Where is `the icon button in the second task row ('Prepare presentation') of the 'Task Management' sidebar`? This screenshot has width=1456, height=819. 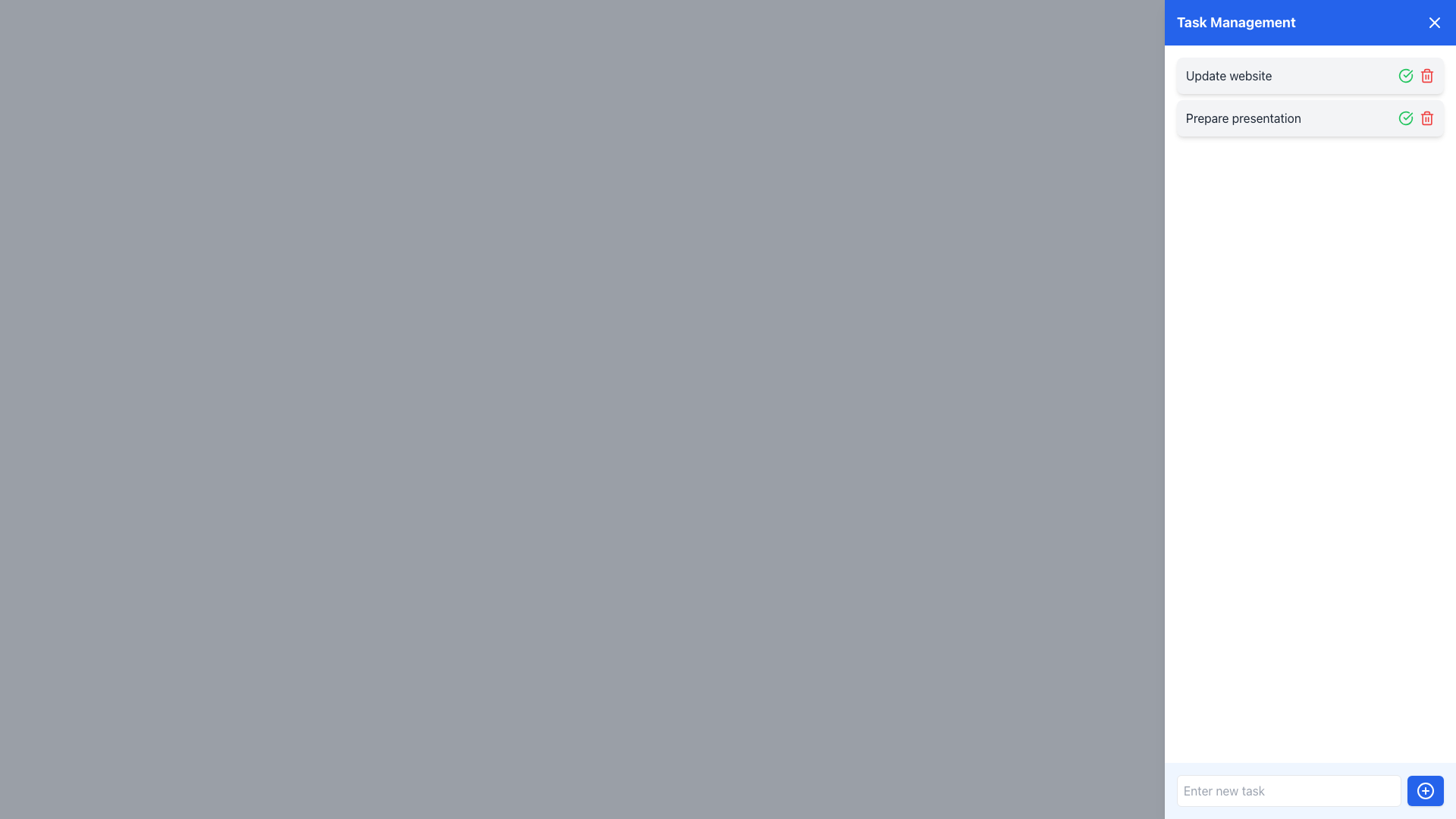 the icon button in the second task row ('Prepare presentation') of the 'Task Management' sidebar is located at coordinates (1404, 117).